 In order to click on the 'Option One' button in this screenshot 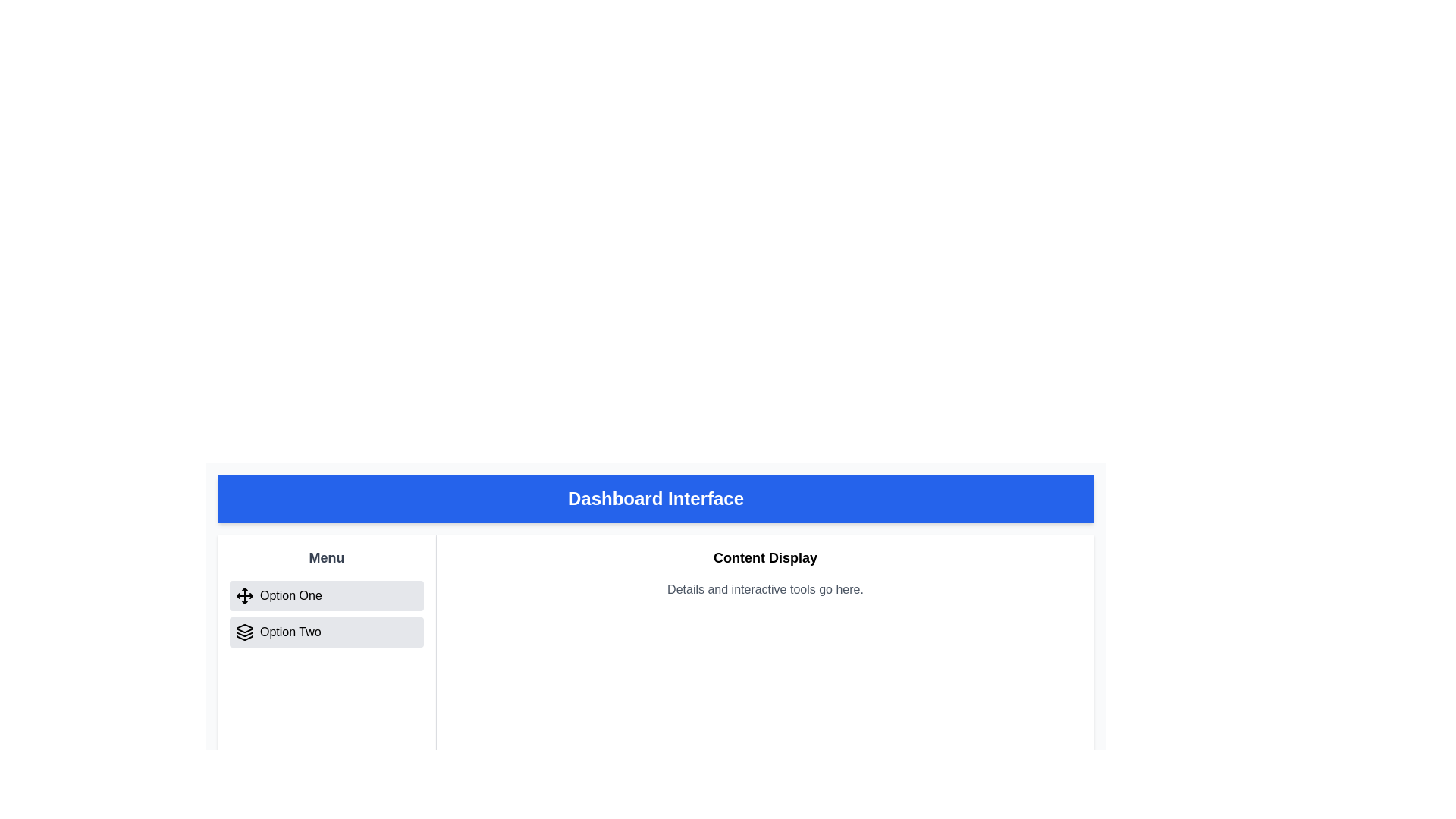, I will do `click(326, 595)`.